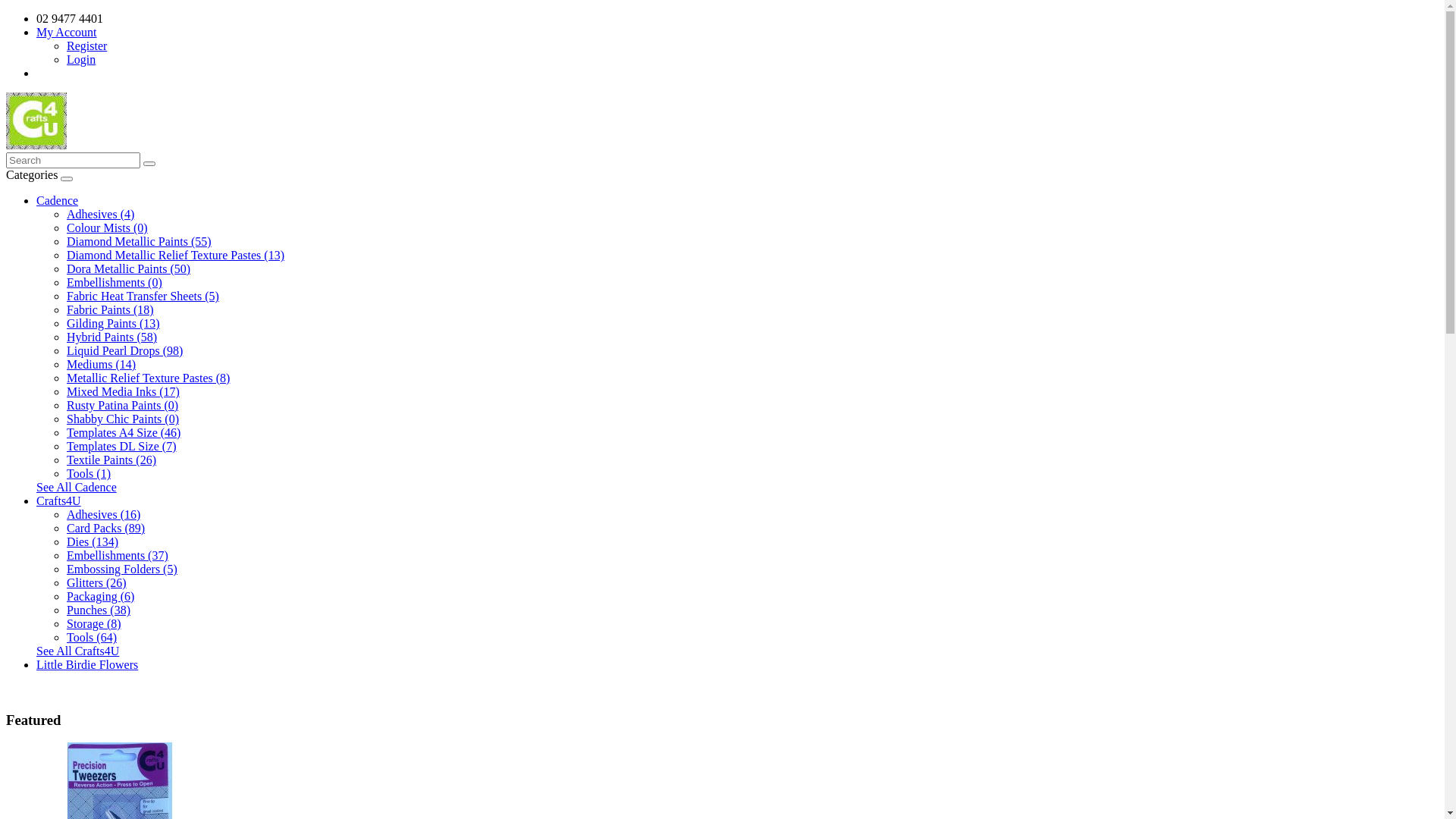  I want to click on 'Mediums (14)', so click(65, 364).